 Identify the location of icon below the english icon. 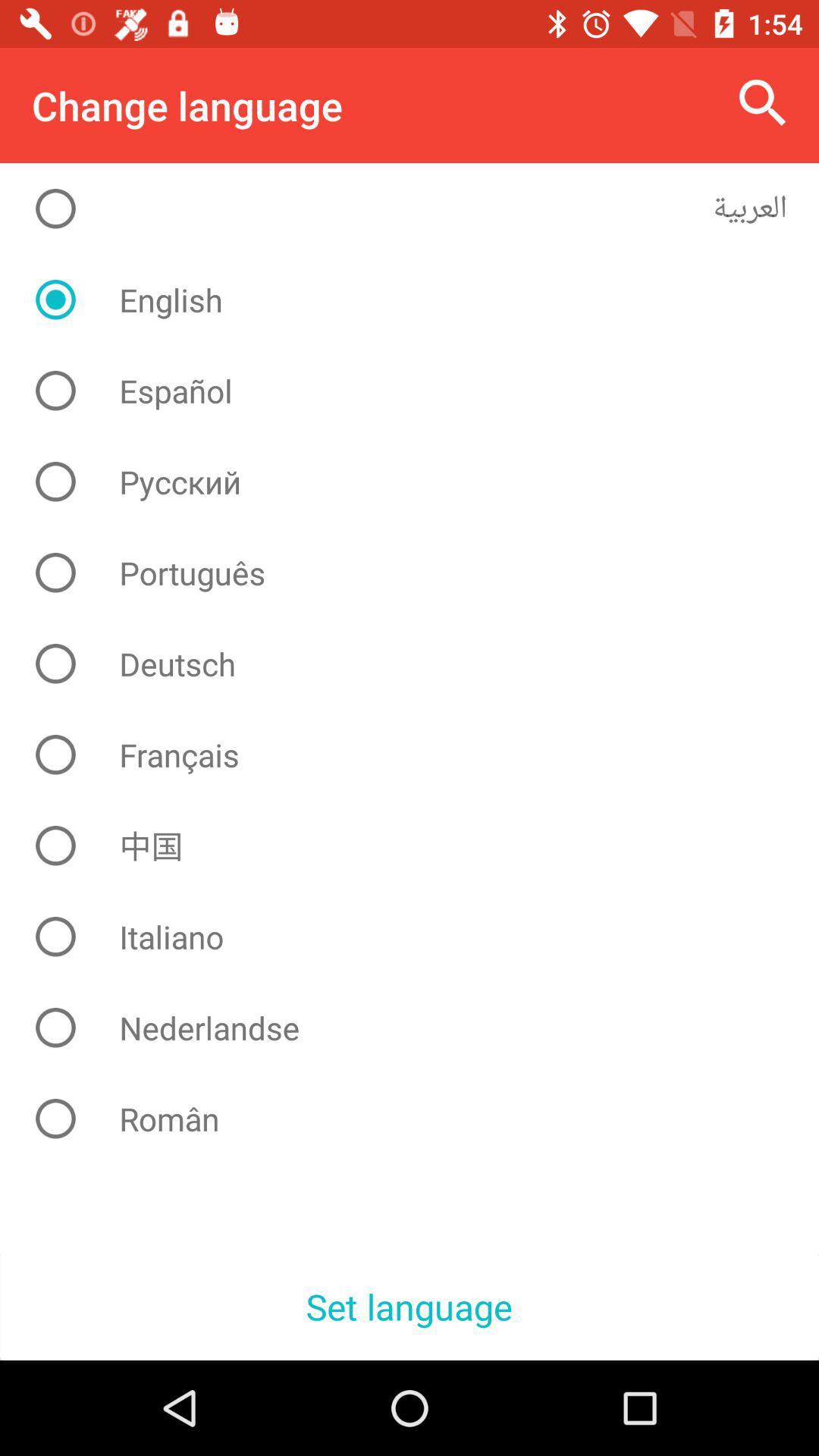
(421, 391).